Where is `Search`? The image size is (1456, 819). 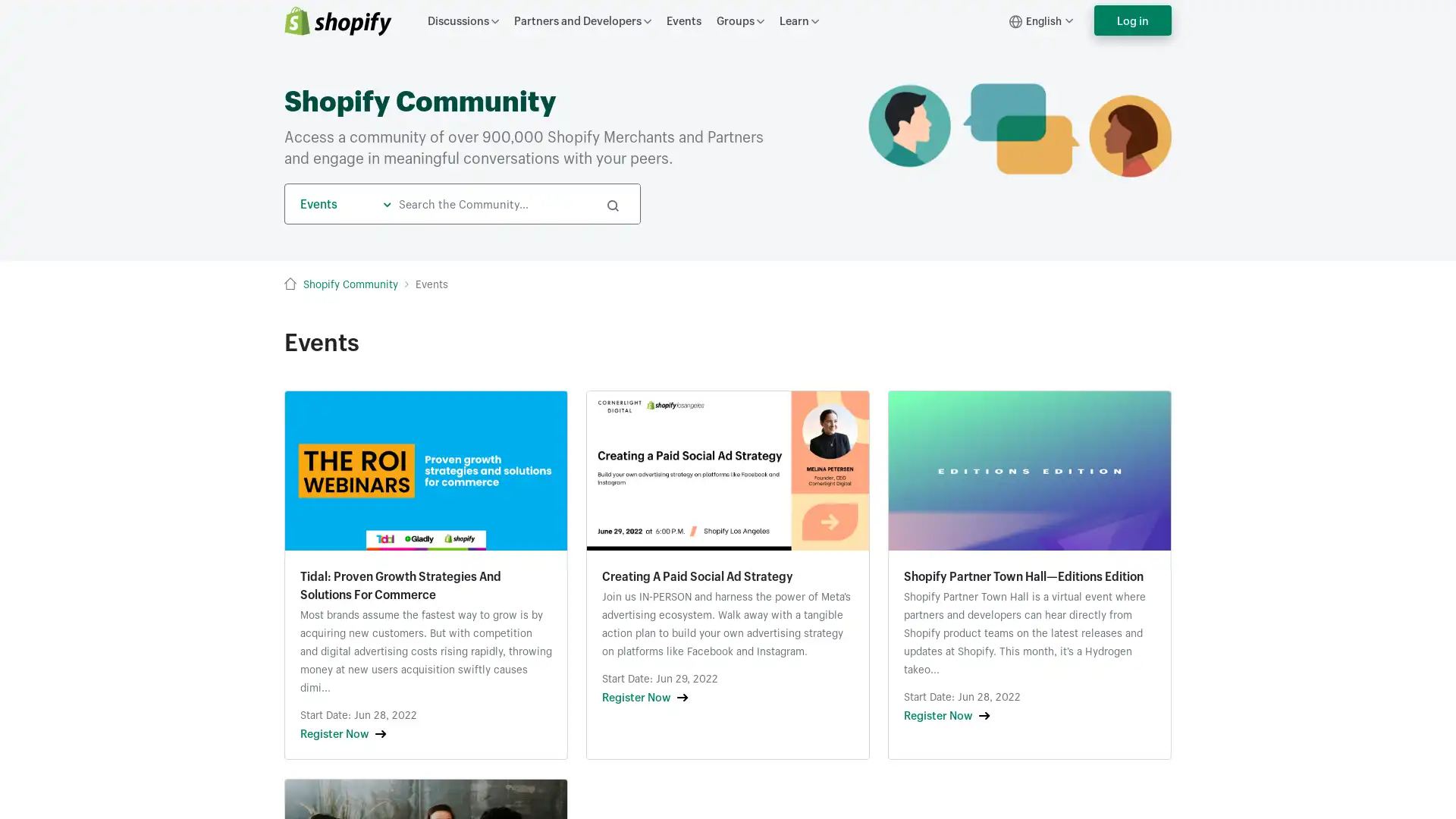 Search is located at coordinates (613, 205).